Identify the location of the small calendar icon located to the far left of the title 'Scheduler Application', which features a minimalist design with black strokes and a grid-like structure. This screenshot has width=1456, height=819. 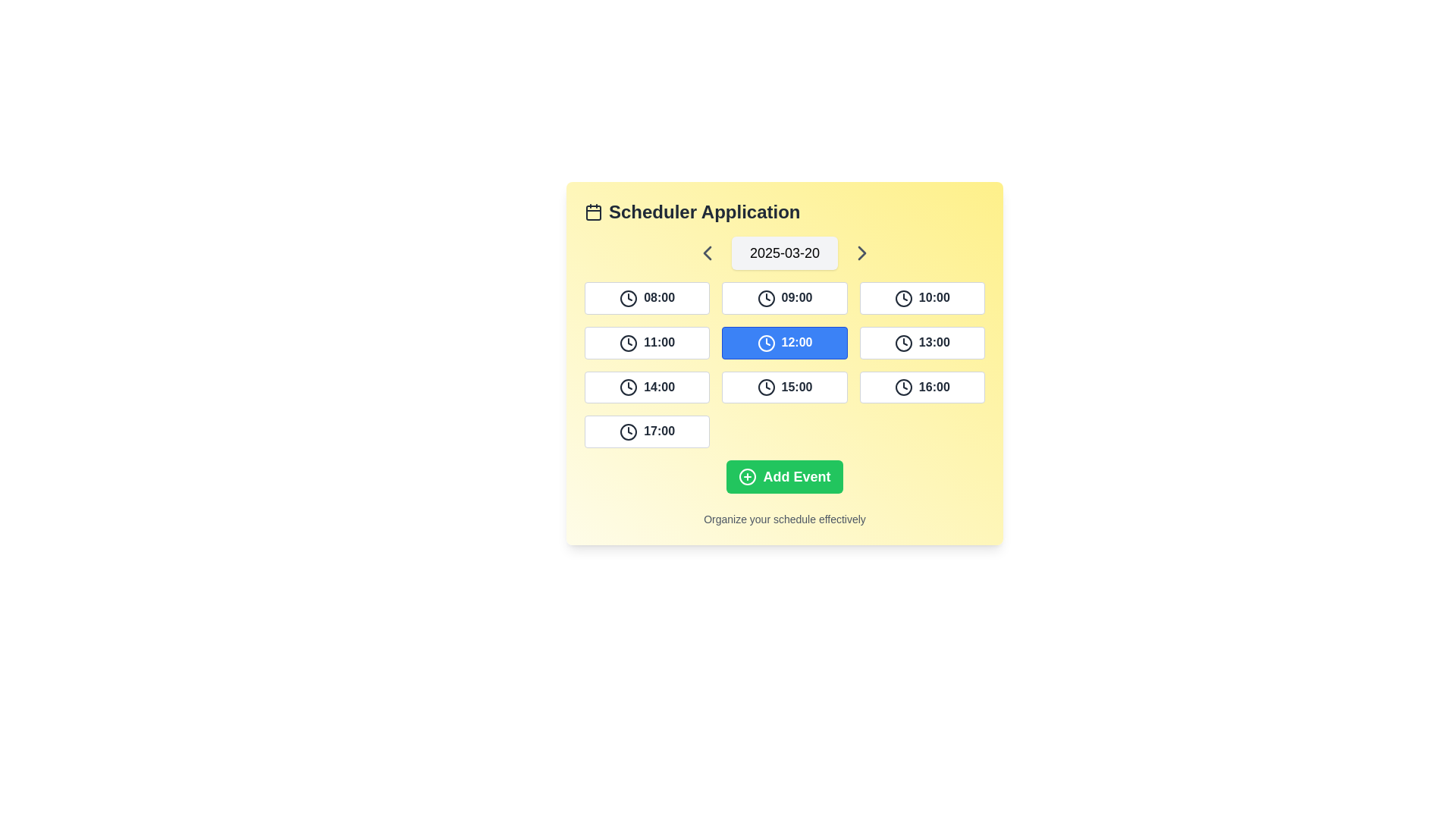
(592, 212).